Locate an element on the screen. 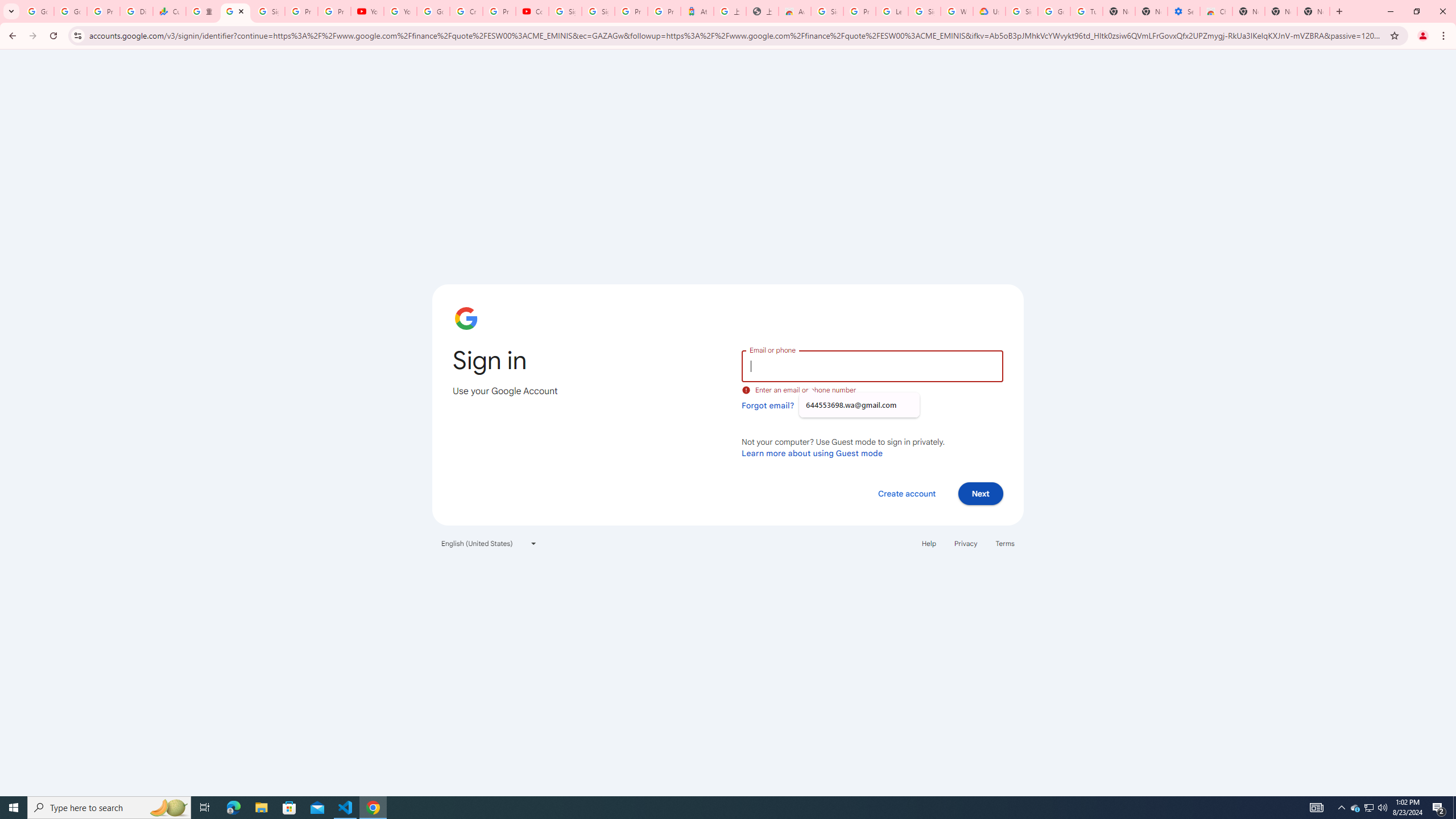 The height and width of the screenshot is (819, 1456). 'Turn cookies on or off - Computer - Google Account Help' is located at coordinates (1087, 11).